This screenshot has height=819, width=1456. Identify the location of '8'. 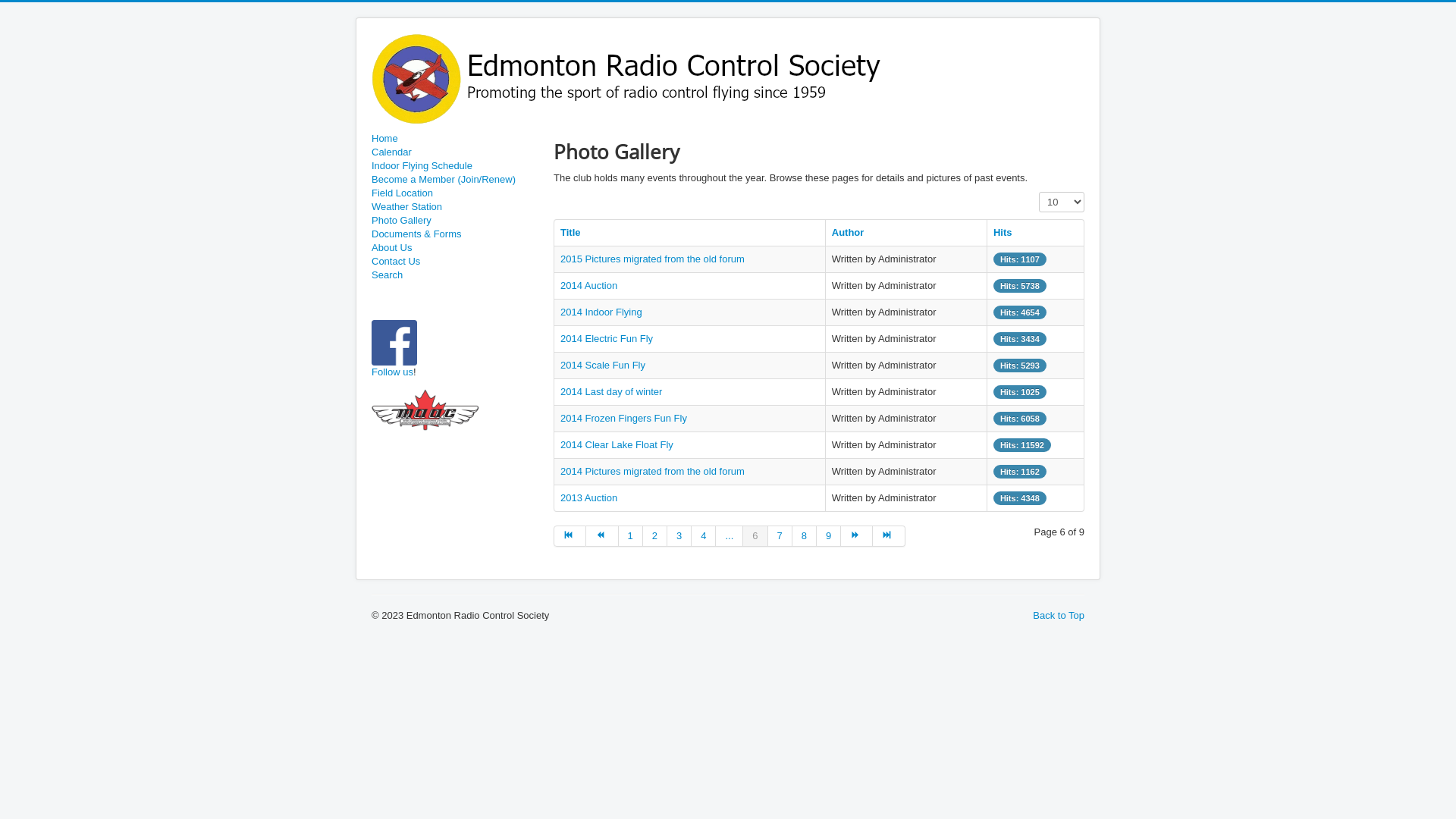
(803, 535).